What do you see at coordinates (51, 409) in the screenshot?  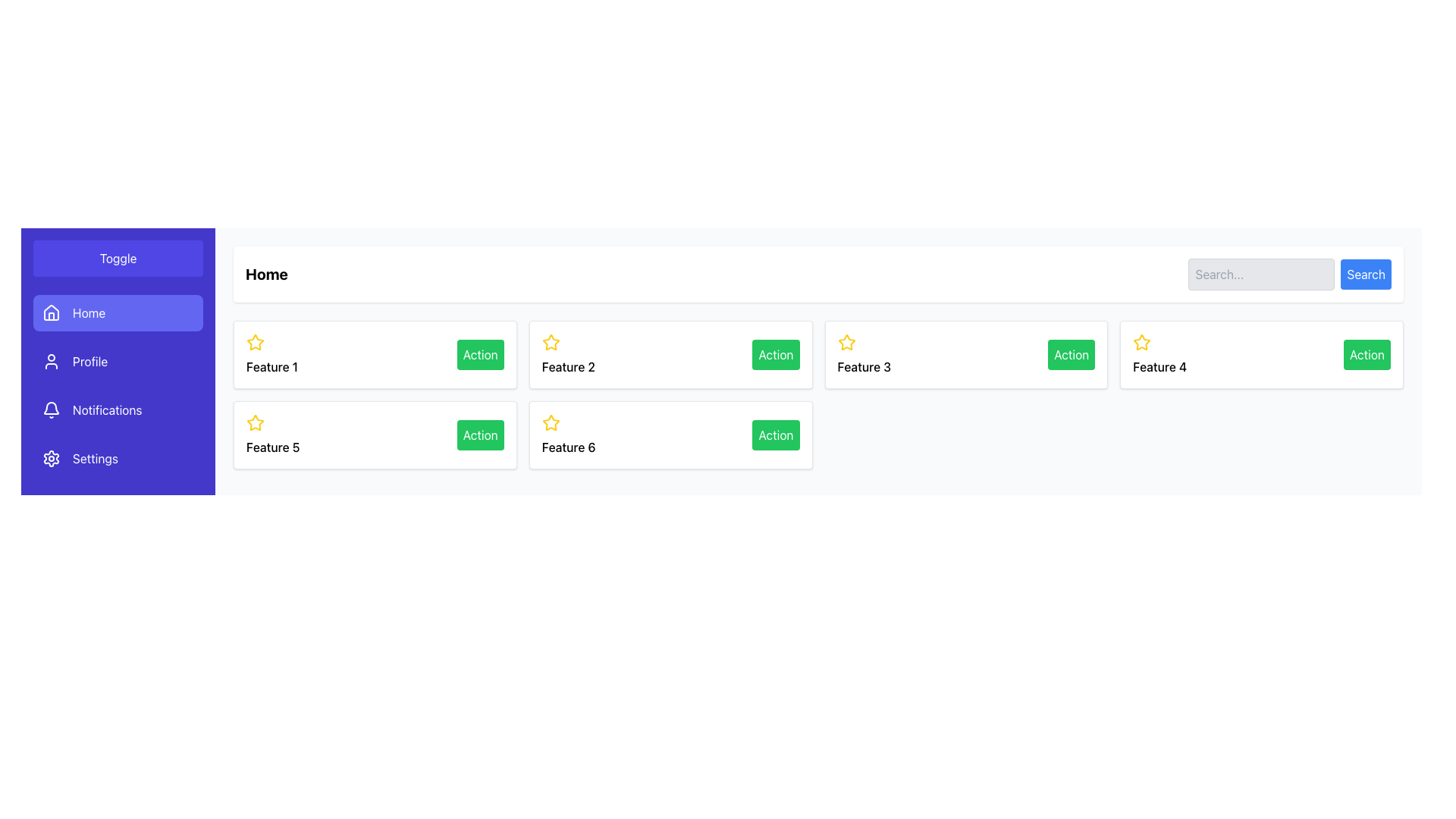 I see `the bell icon located in the sidebar menu under the 'Profile' menu item and above the 'Settings' menu item` at bounding box center [51, 409].